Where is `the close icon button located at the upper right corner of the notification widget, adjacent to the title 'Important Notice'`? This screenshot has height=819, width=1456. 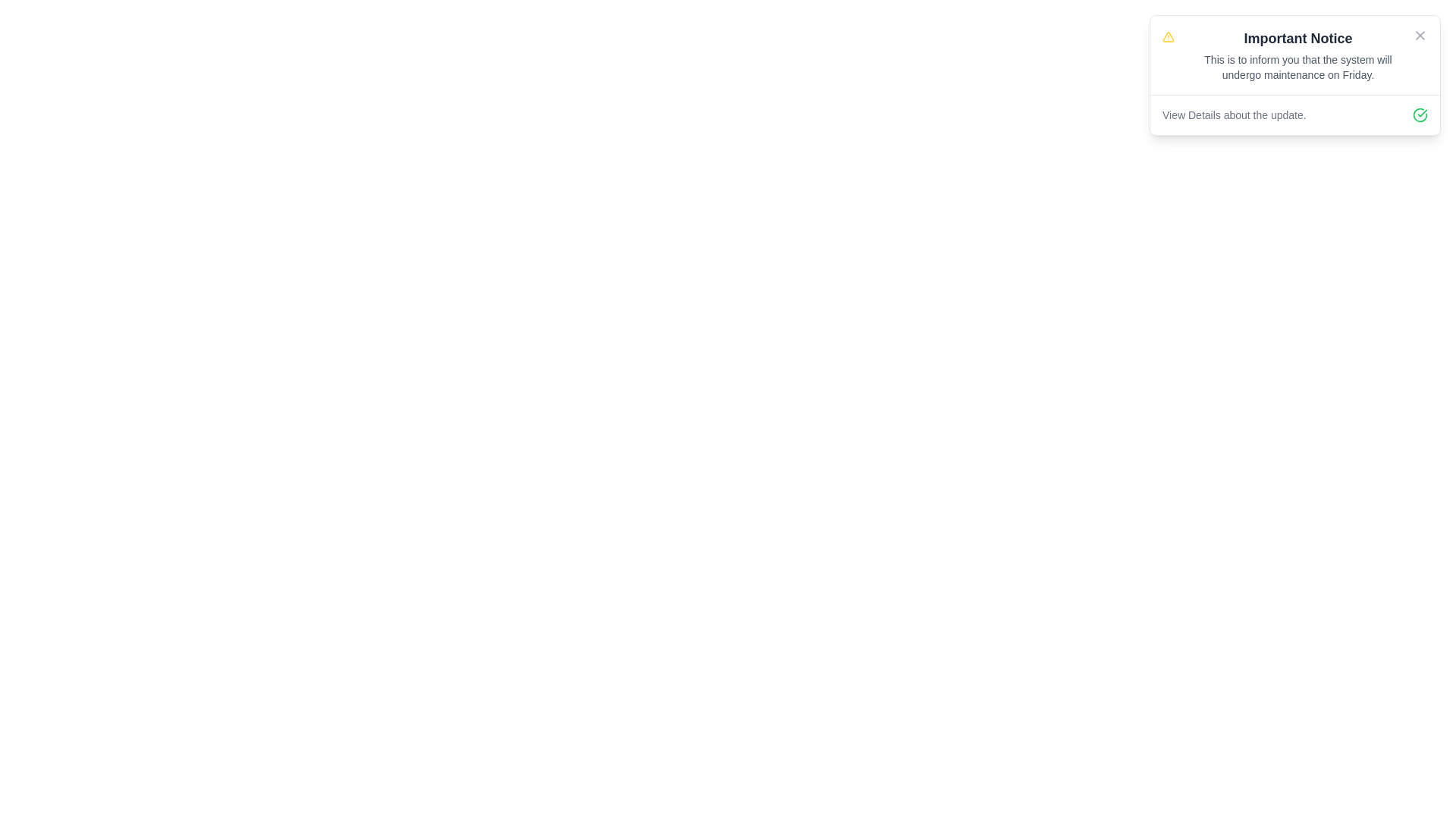
the close icon button located at the upper right corner of the notification widget, adjacent to the title 'Important Notice' is located at coordinates (1419, 34).